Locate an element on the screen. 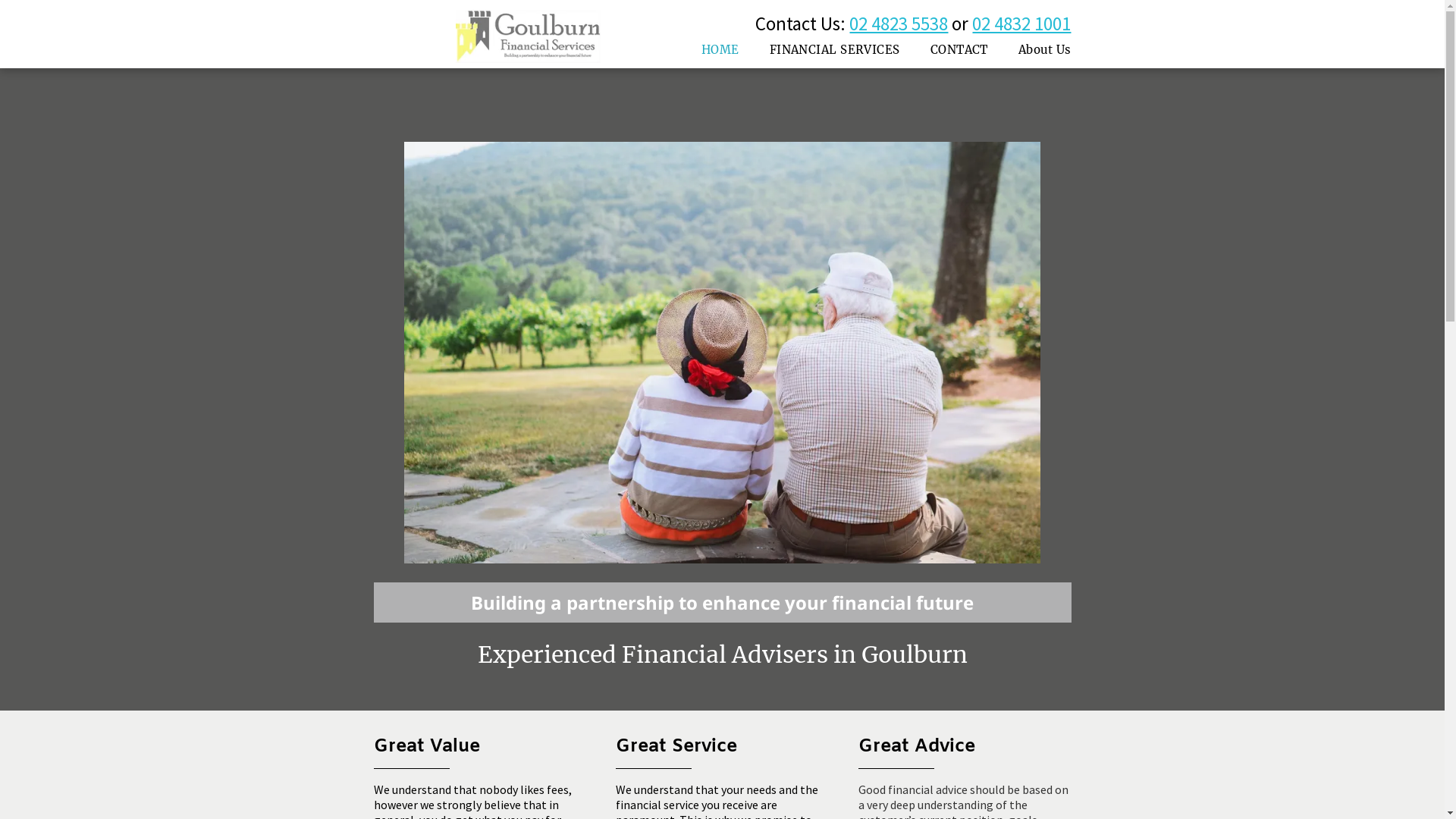 This screenshot has width=1456, height=819. 'FINANCIAL SERVICES' is located at coordinates (833, 49).